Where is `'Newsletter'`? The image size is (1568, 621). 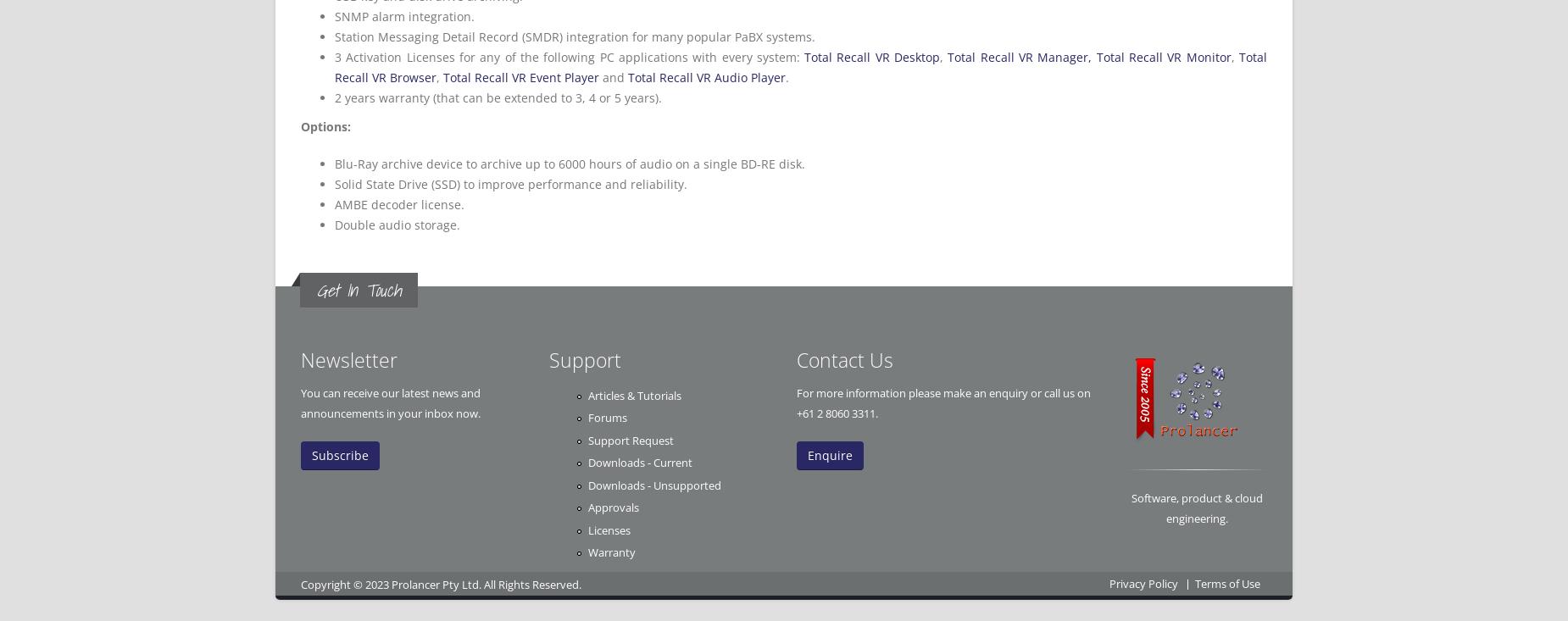
'Newsletter' is located at coordinates (348, 360).